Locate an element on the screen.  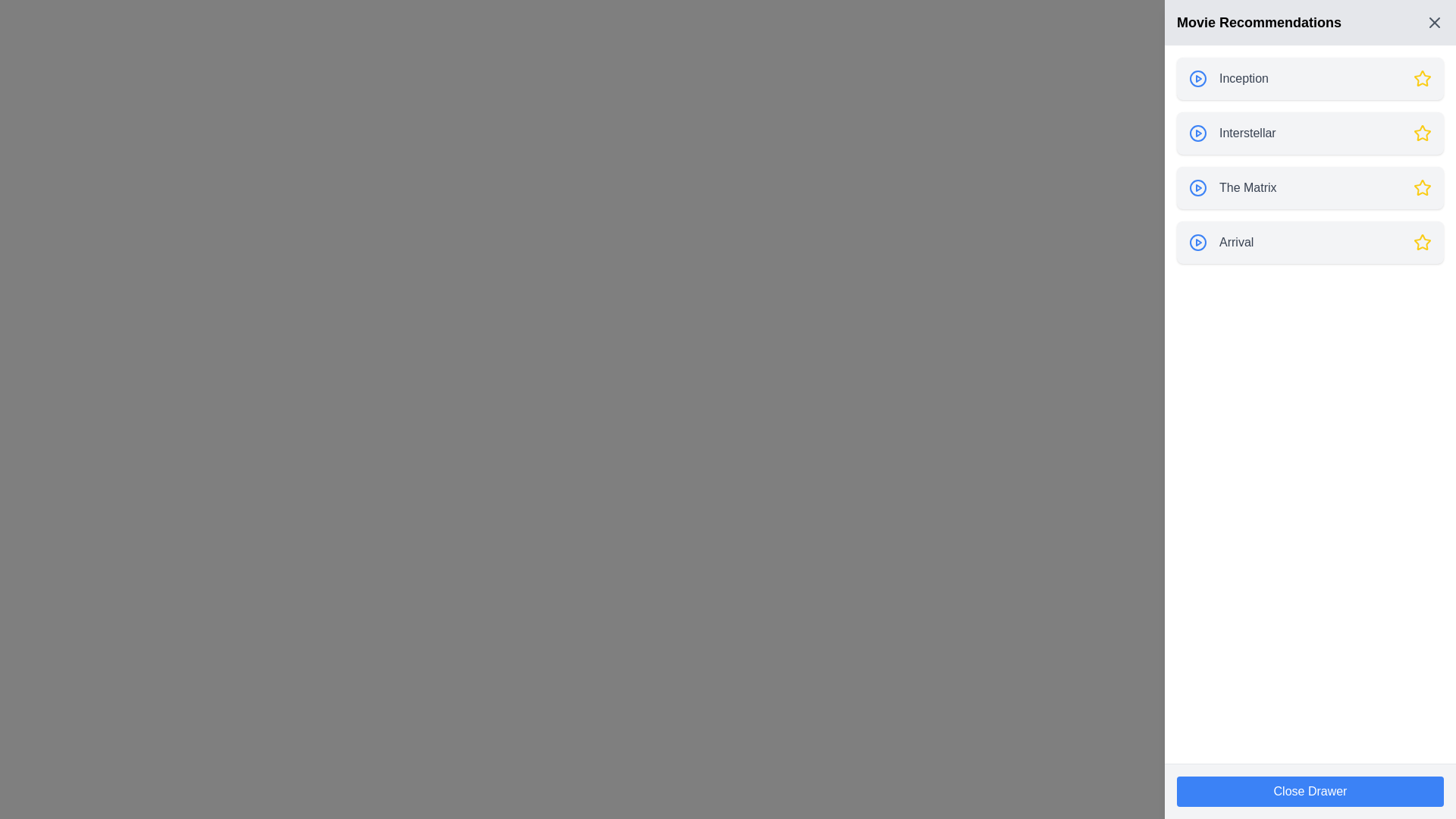
the button located at the far-right end of the 'Interstellar' row in the 'Movie Recommendations' panel is located at coordinates (1422, 132).